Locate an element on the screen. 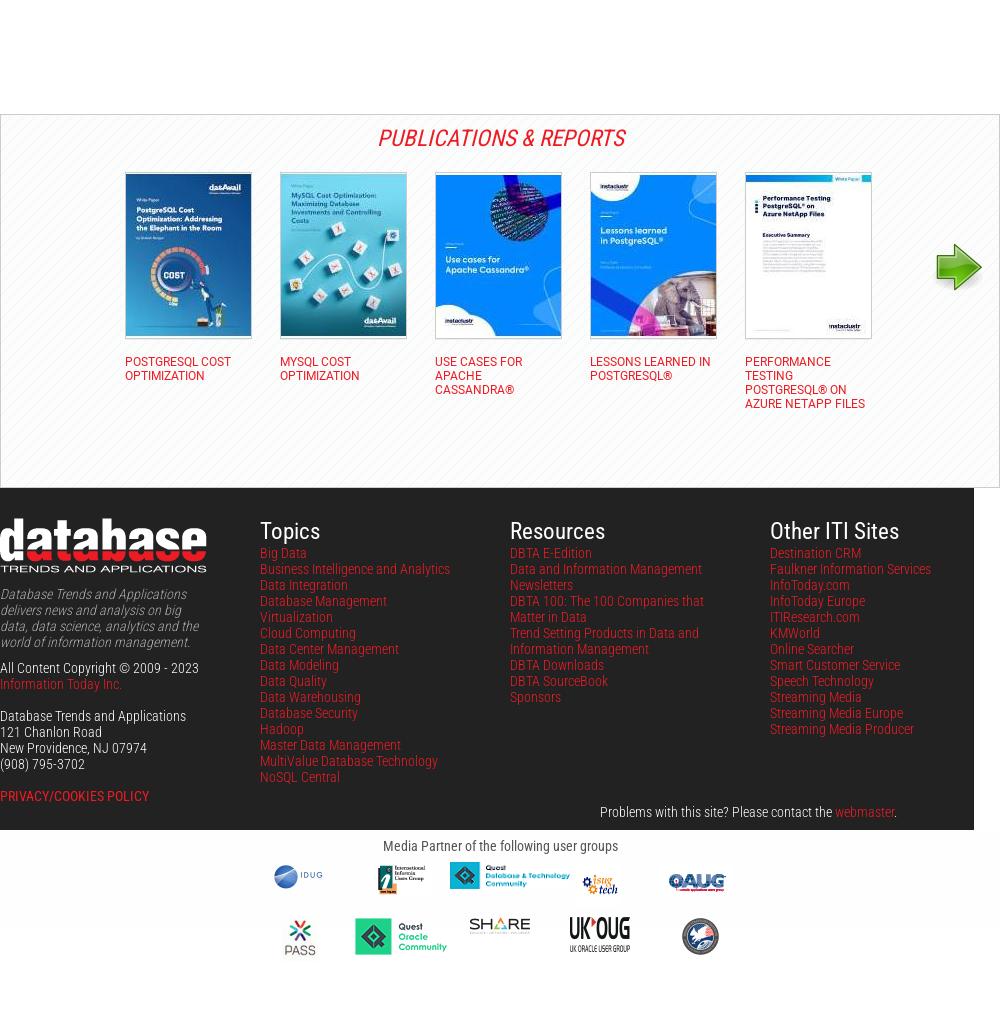 The width and height of the screenshot is (1002, 1014). 'InfoToday.com' is located at coordinates (809, 583).